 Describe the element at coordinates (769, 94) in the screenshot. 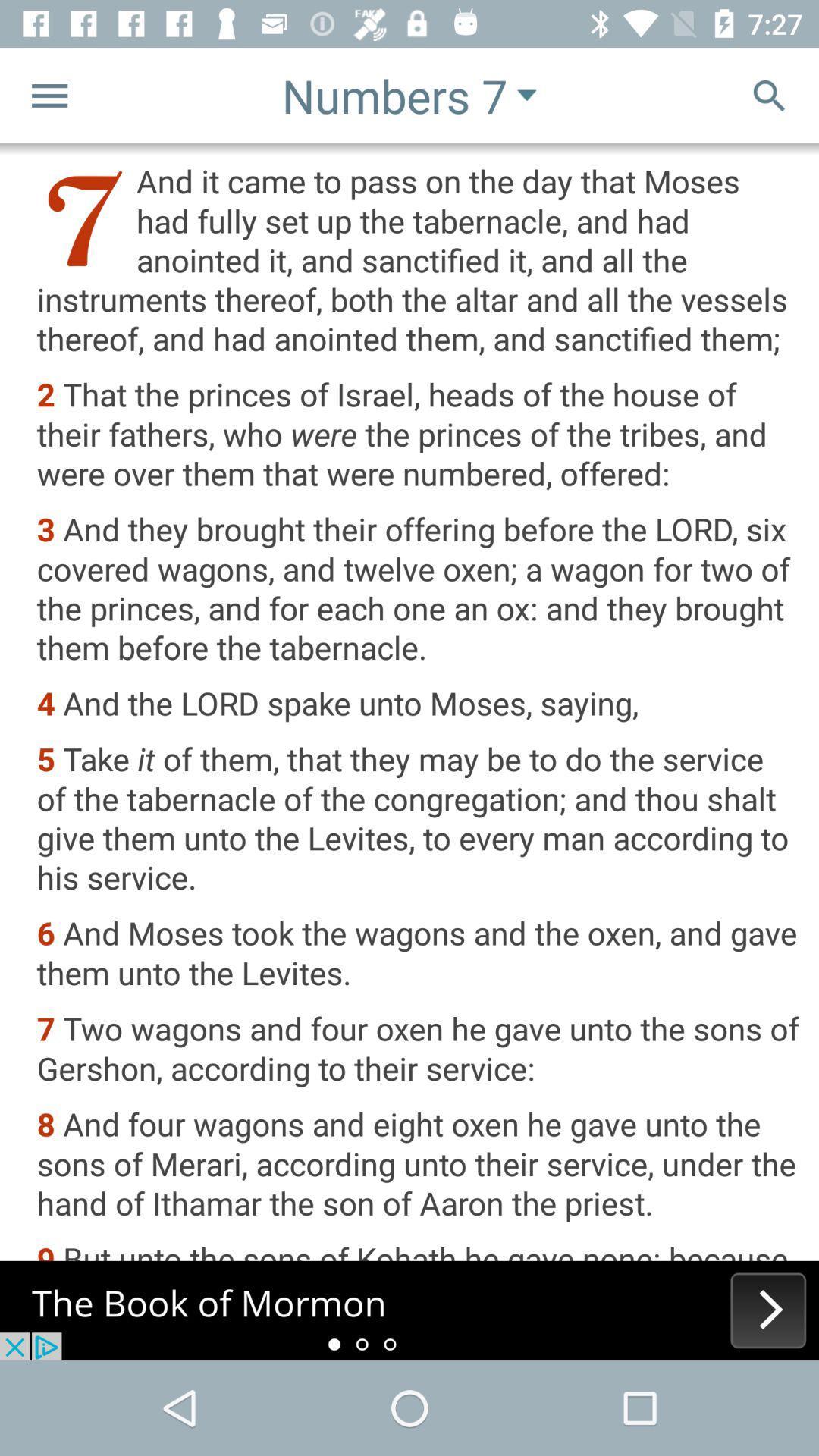

I see `search for results` at that location.